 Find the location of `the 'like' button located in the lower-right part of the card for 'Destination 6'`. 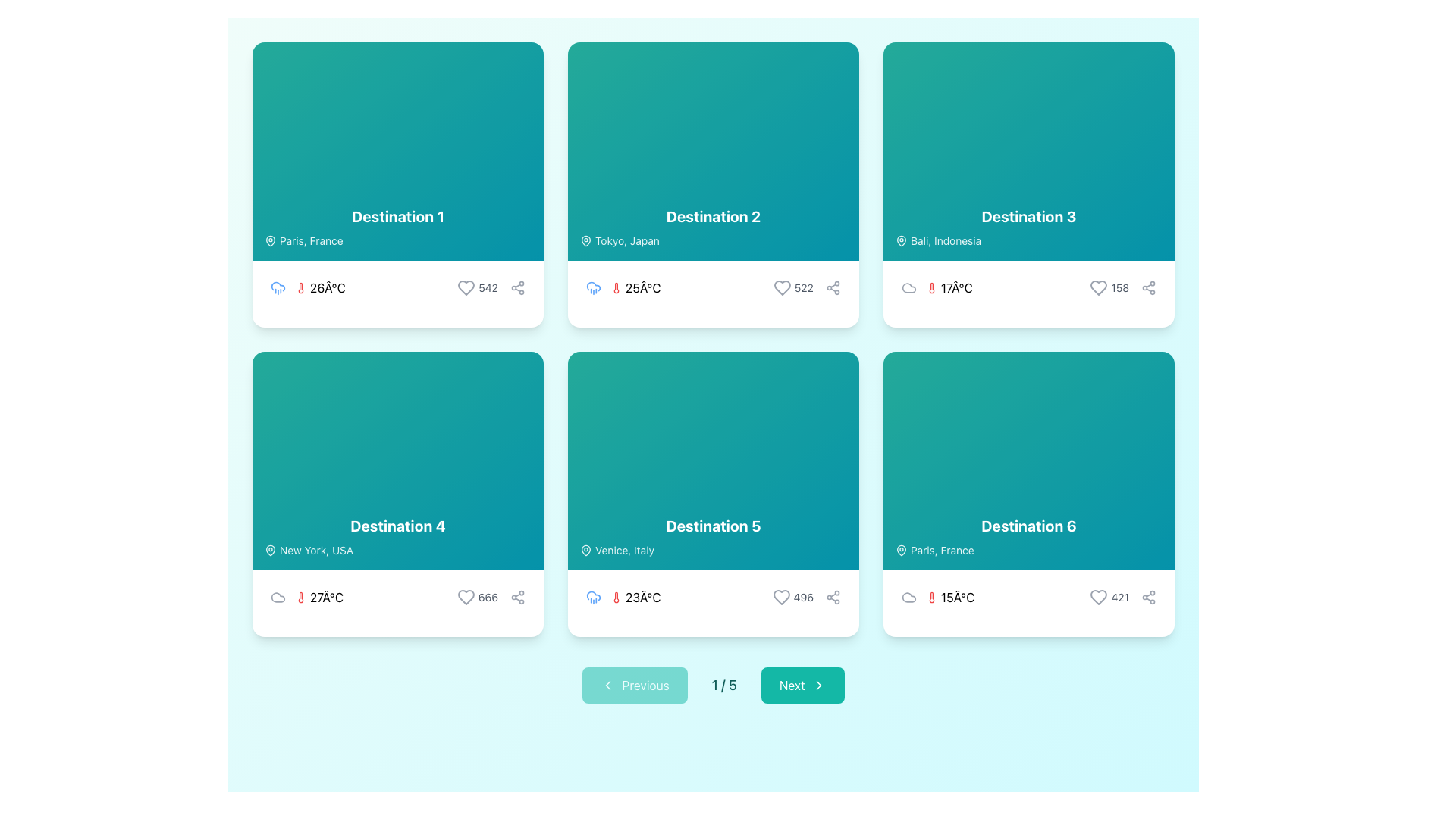

the 'like' button located in the lower-right part of the card for 'Destination 6' is located at coordinates (1109, 596).